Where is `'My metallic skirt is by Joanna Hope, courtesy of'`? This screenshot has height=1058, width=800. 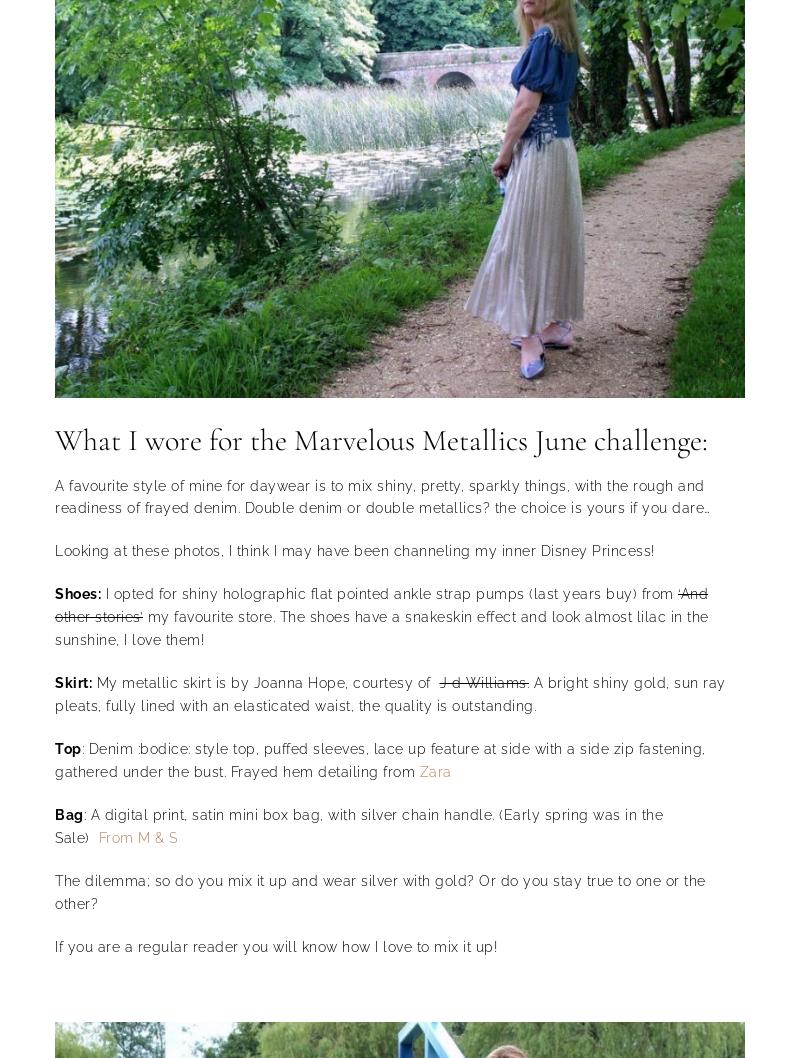
'My metallic skirt is by Joanna Hope, courtesy of' is located at coordinates (264, 682).